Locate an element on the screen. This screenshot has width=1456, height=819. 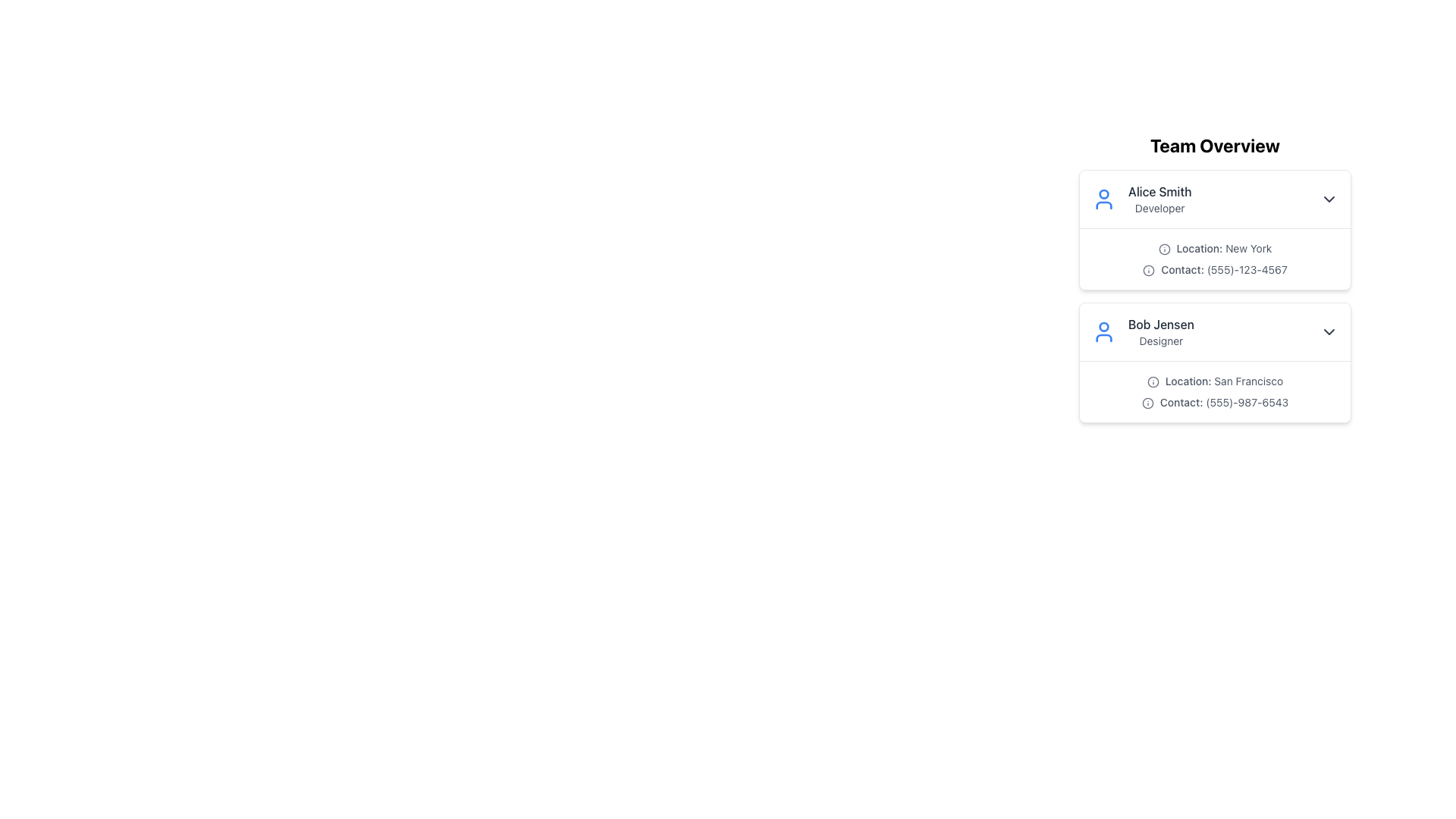
the label element indicating the context for Alice Smith's contact information, which precedes the phone number (555)-123-4567 is located at coordinates (1181, 268).